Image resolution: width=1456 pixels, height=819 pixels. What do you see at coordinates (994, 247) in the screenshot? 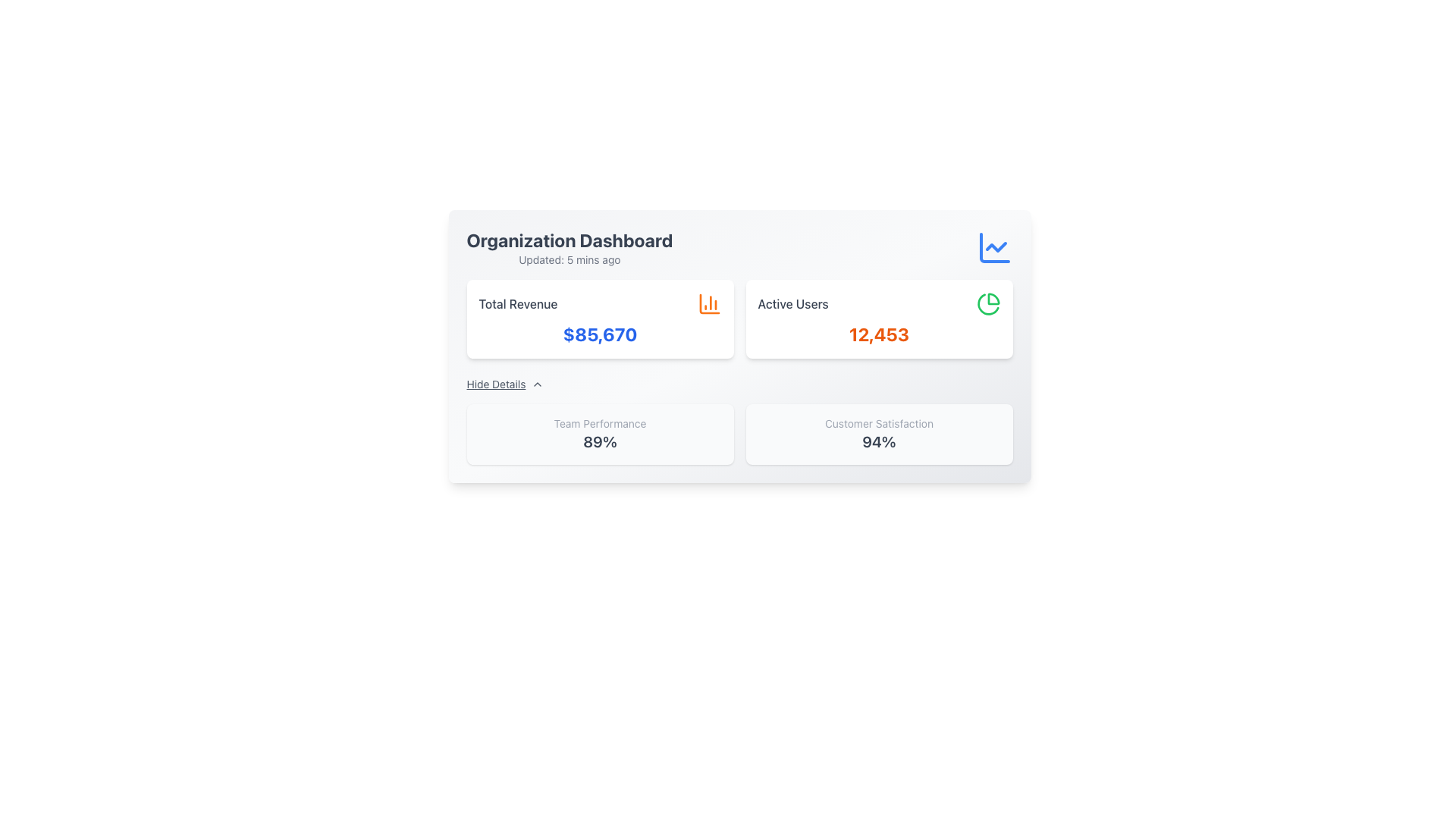
I see `the blue stroke of the line chart icon located in the top right corner of the dashboard card` at bounding box center [994, 247].